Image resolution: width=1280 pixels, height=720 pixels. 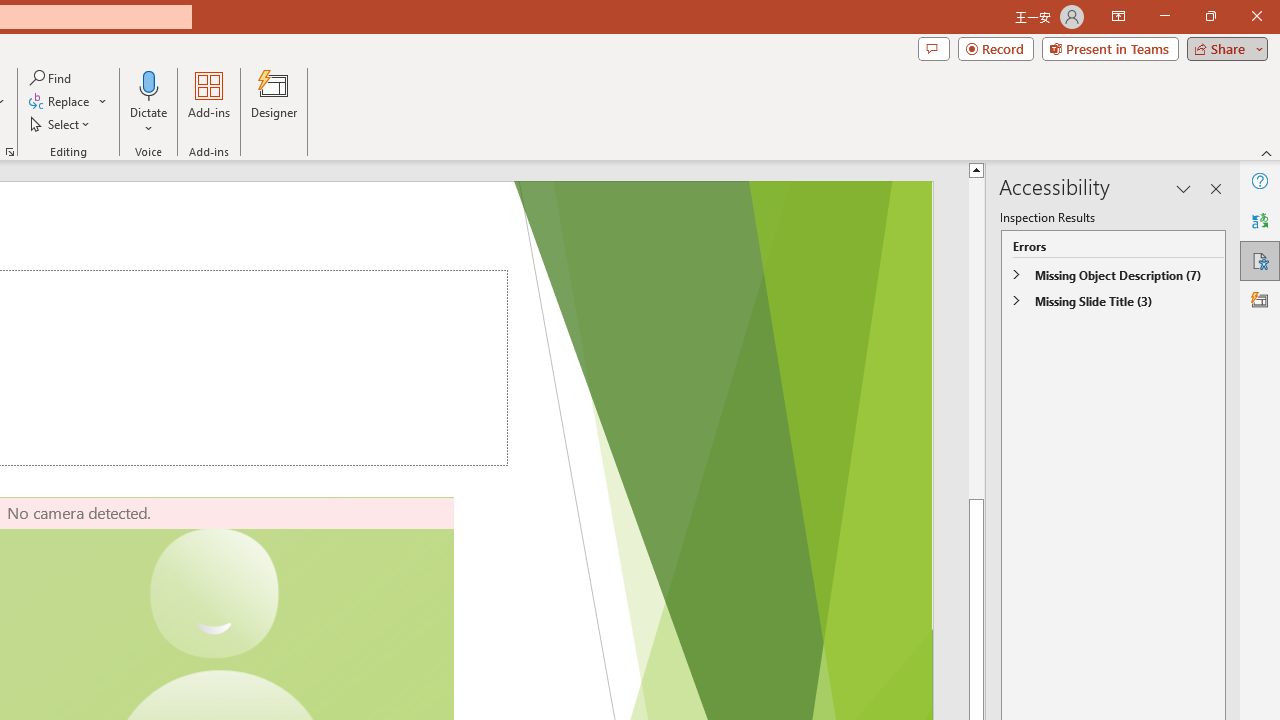 What do you see at coordinates (61, 124) in the screenshot?
I see `'Select'` at bounding box center [61, 124].